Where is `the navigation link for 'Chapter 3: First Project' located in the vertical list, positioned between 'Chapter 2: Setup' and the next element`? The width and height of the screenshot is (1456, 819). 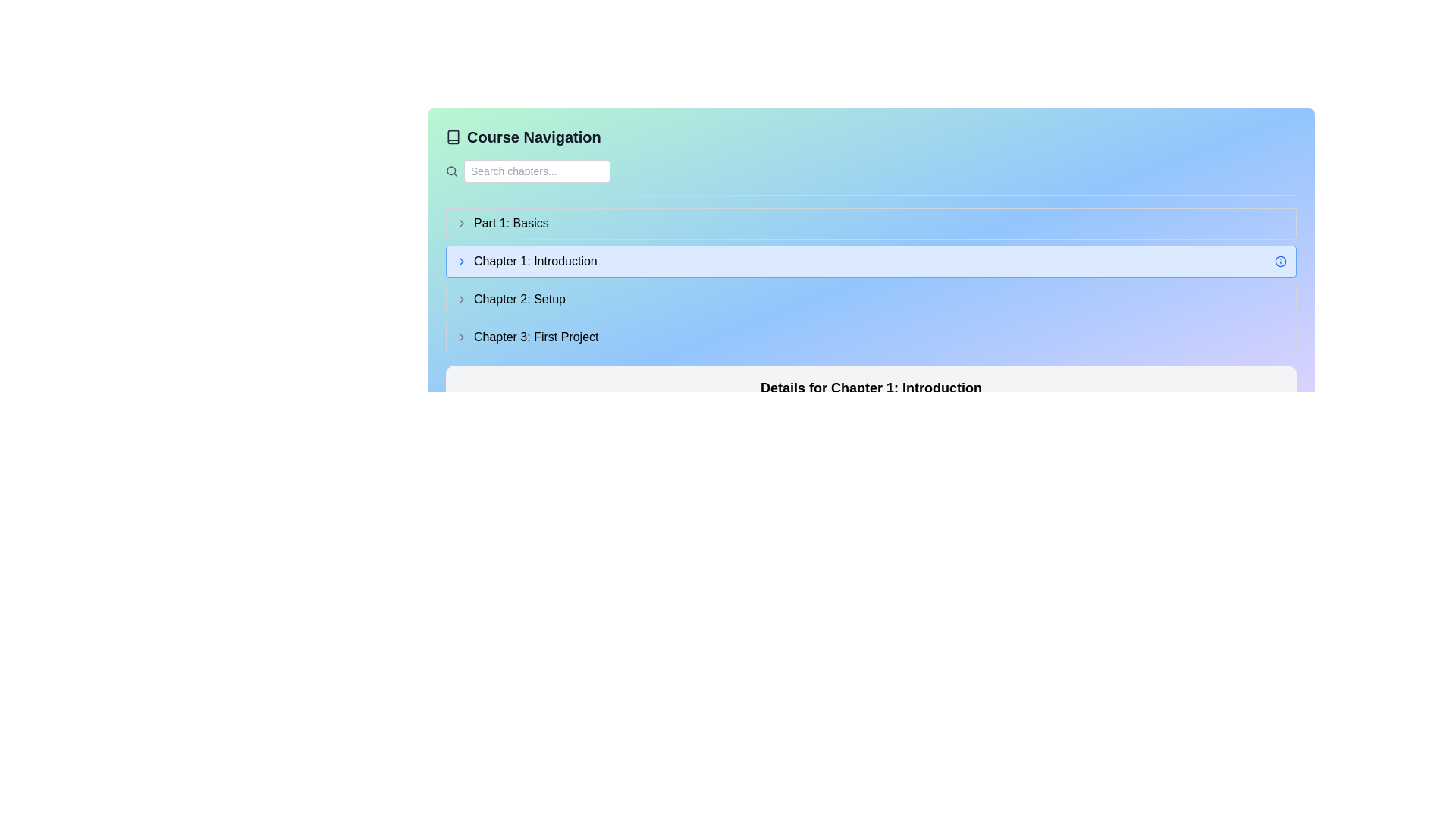 the navigation link for 'Chapter 3: First Project' located in the vertical list, positioned between 'Chapter 2: Setup' and the next element is located at coordinates (527, 336).